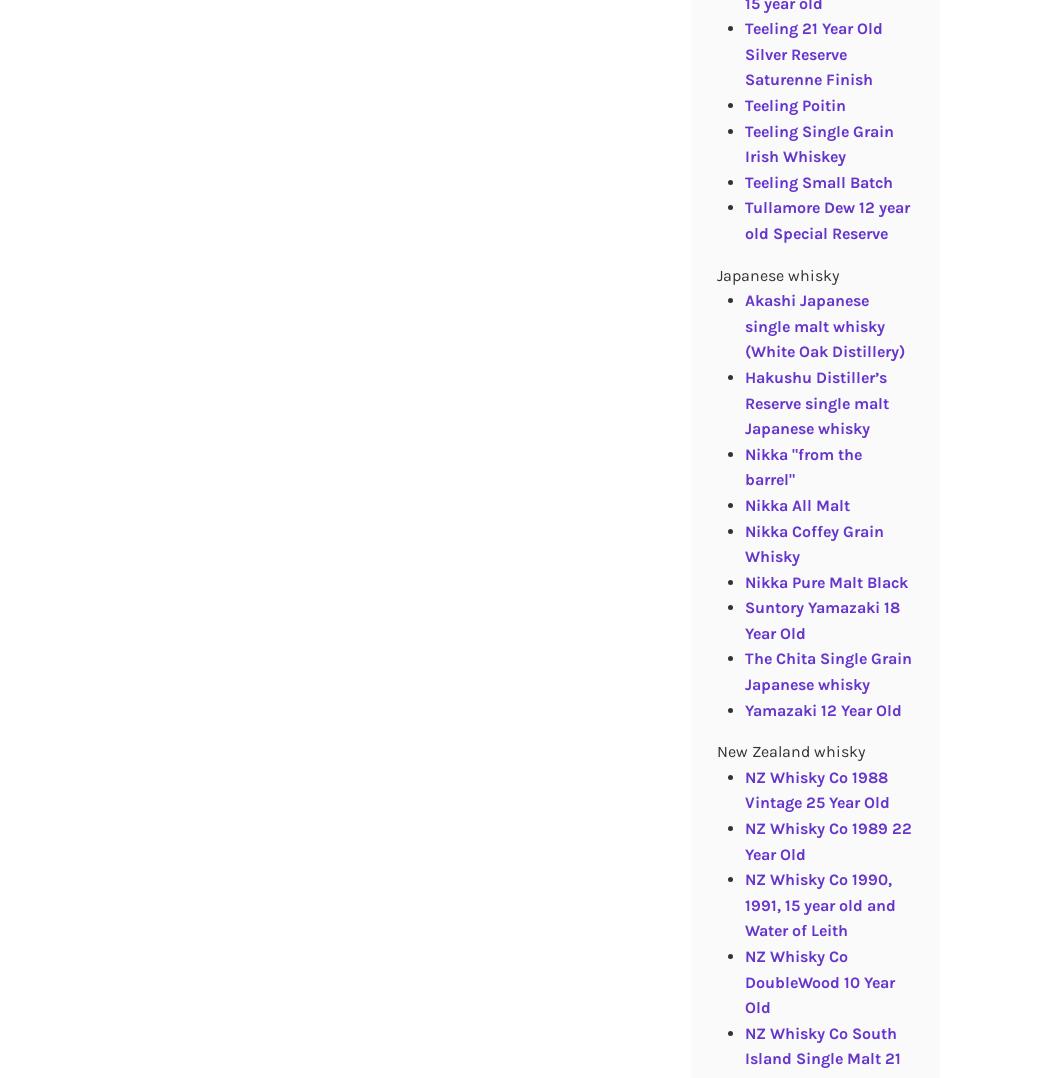 This screenshot has height=1078, width=1050. What do you see at coordinates (820, 618) in the screenshot?
I see `'Suntory Yamazaki 18 Year Old'` at bounding box center [820, 618].